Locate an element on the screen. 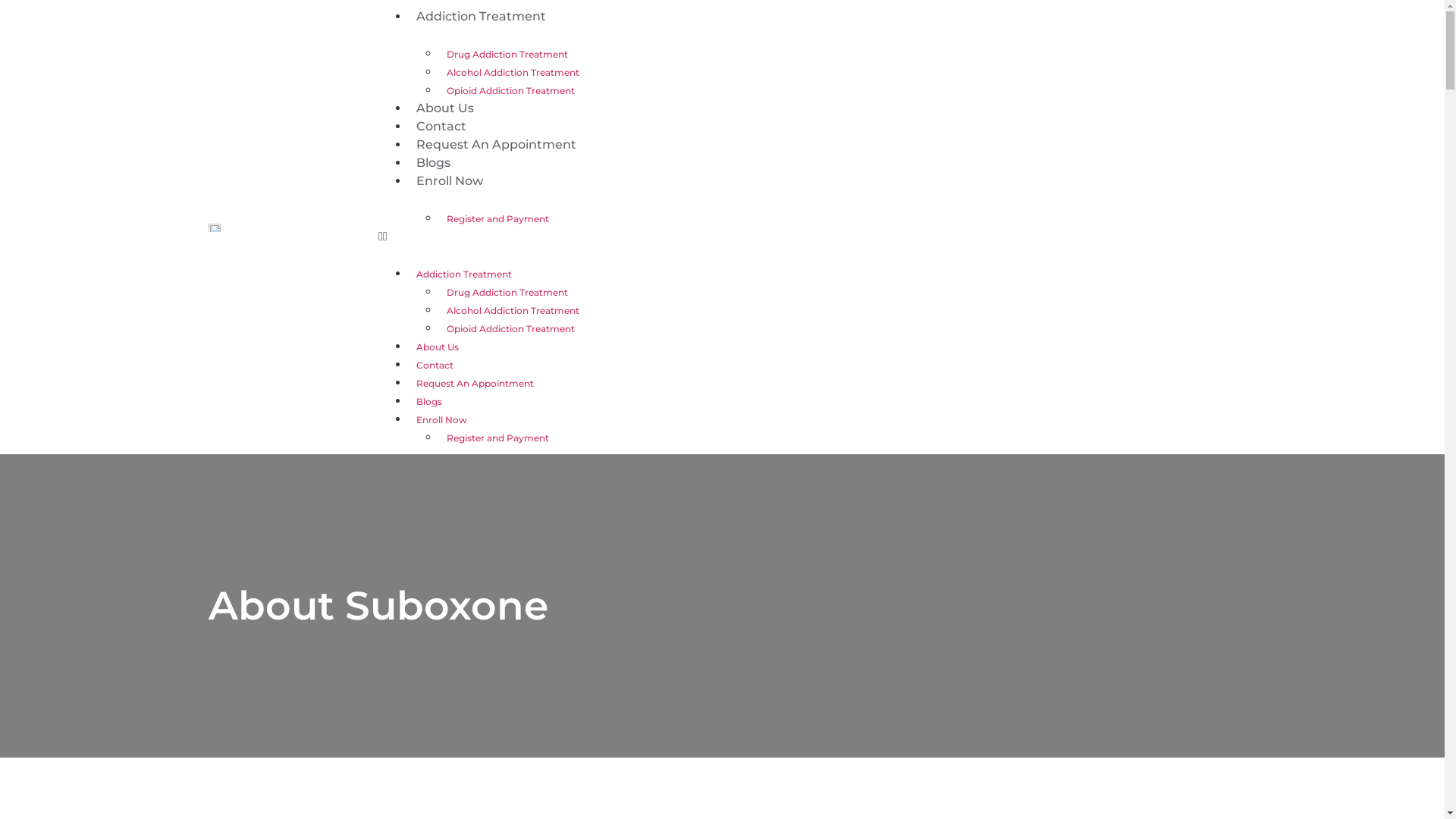 The width and height of the screenshot is (1456, 819). 'About Us' is located at coordinates (444, 107).